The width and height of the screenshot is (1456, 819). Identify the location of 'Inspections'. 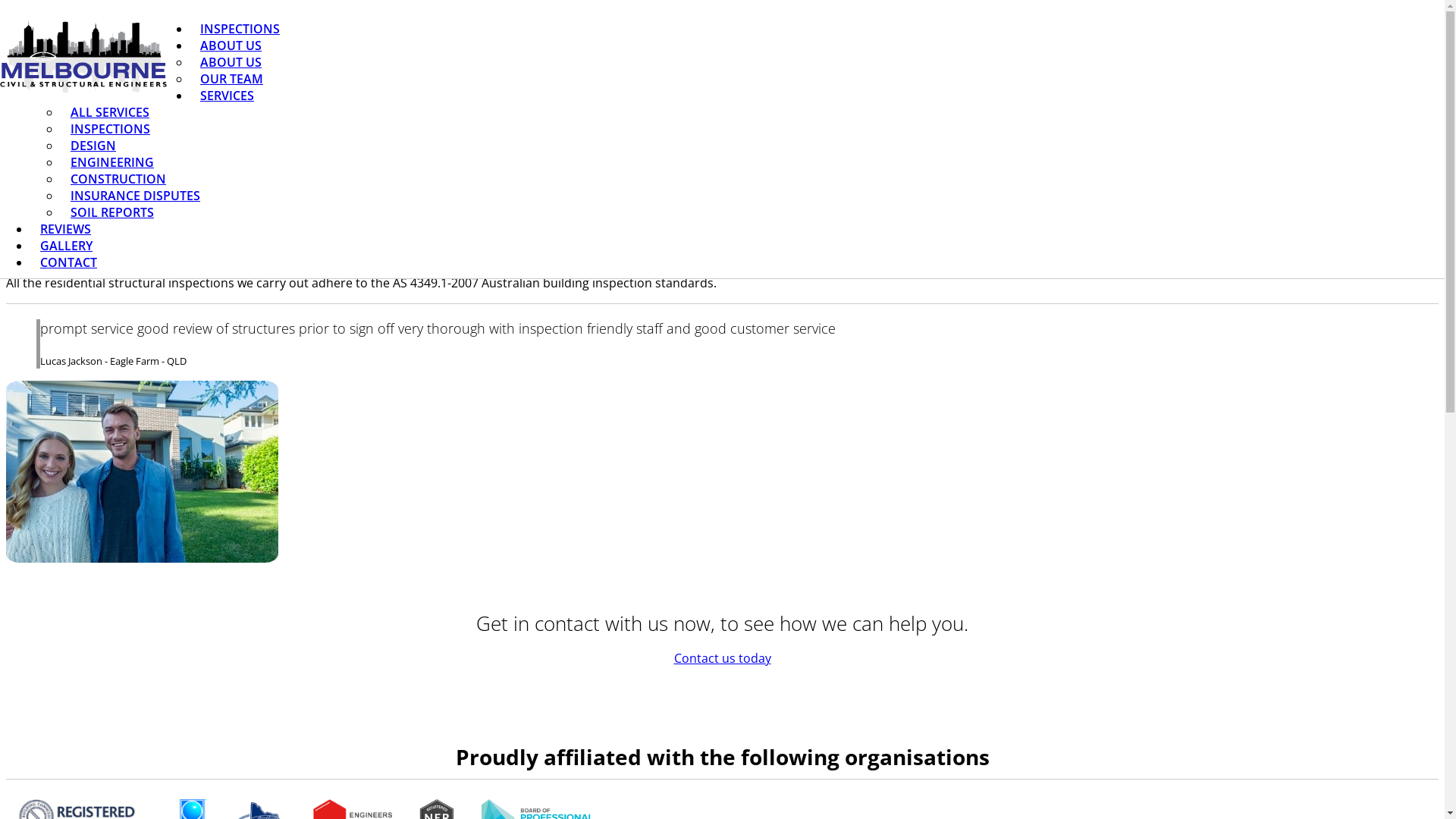
(1346, 61).